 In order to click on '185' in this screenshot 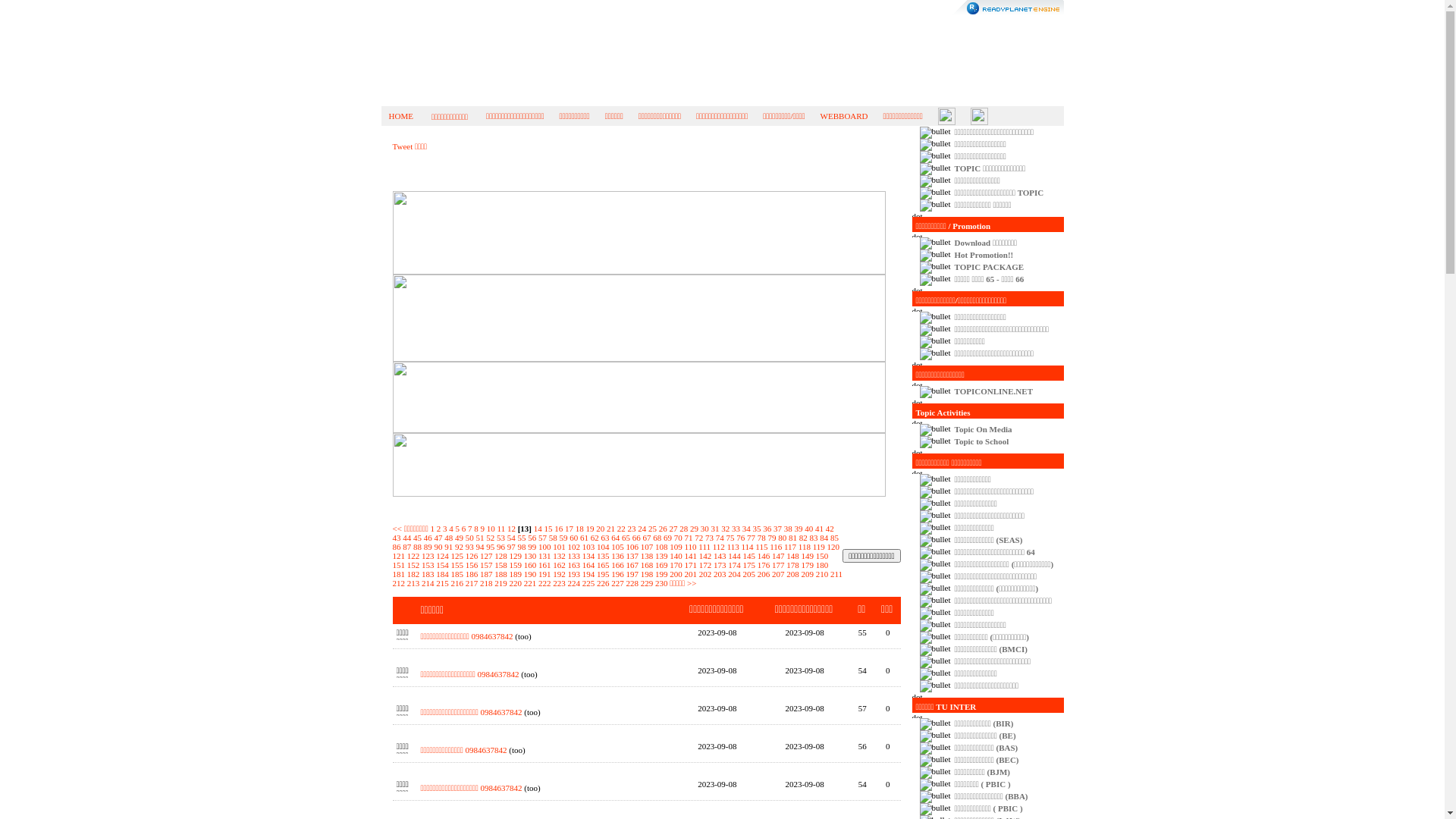, I will do `click(456, 573)`.